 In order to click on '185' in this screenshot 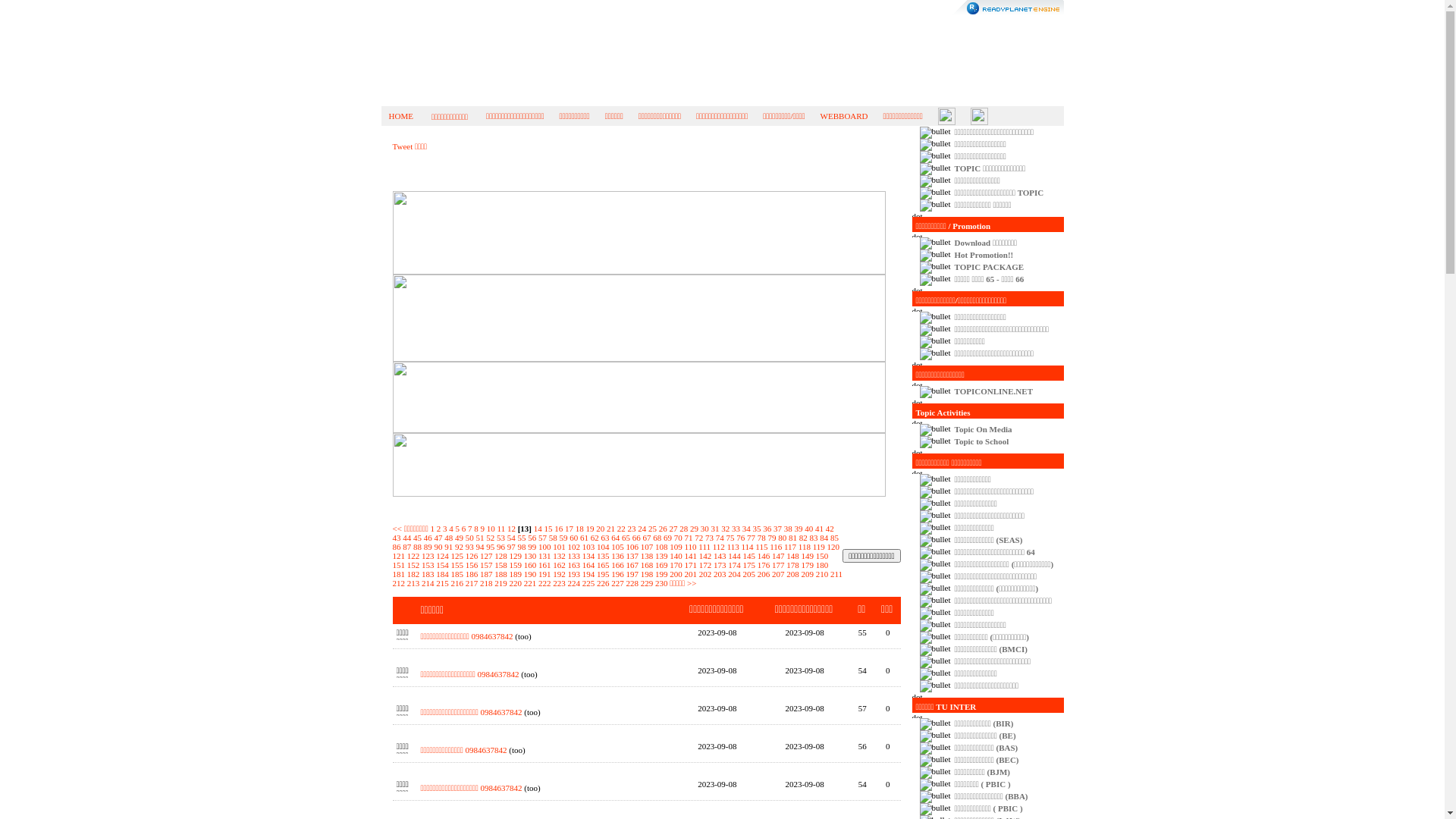, I will do `click(456, 573)`.